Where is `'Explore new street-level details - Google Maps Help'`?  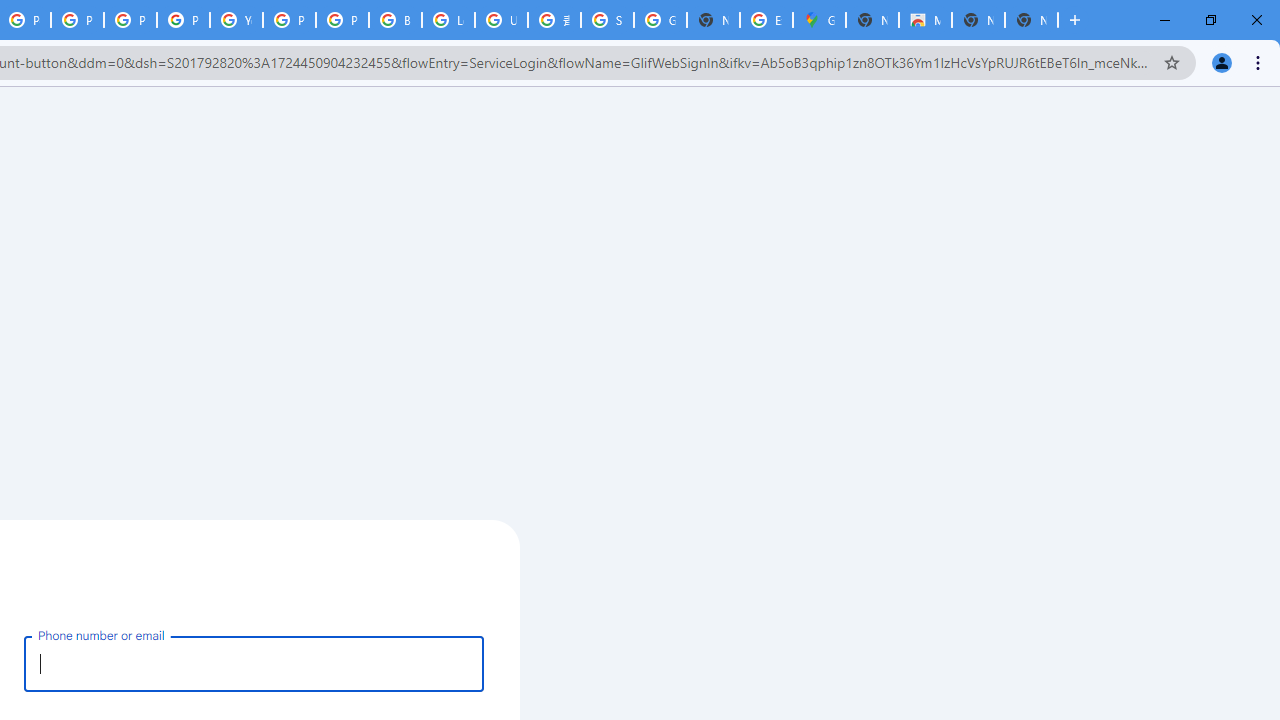 'Explore new street-level details - Google Maps Help' is located at coordinates (765, 20).